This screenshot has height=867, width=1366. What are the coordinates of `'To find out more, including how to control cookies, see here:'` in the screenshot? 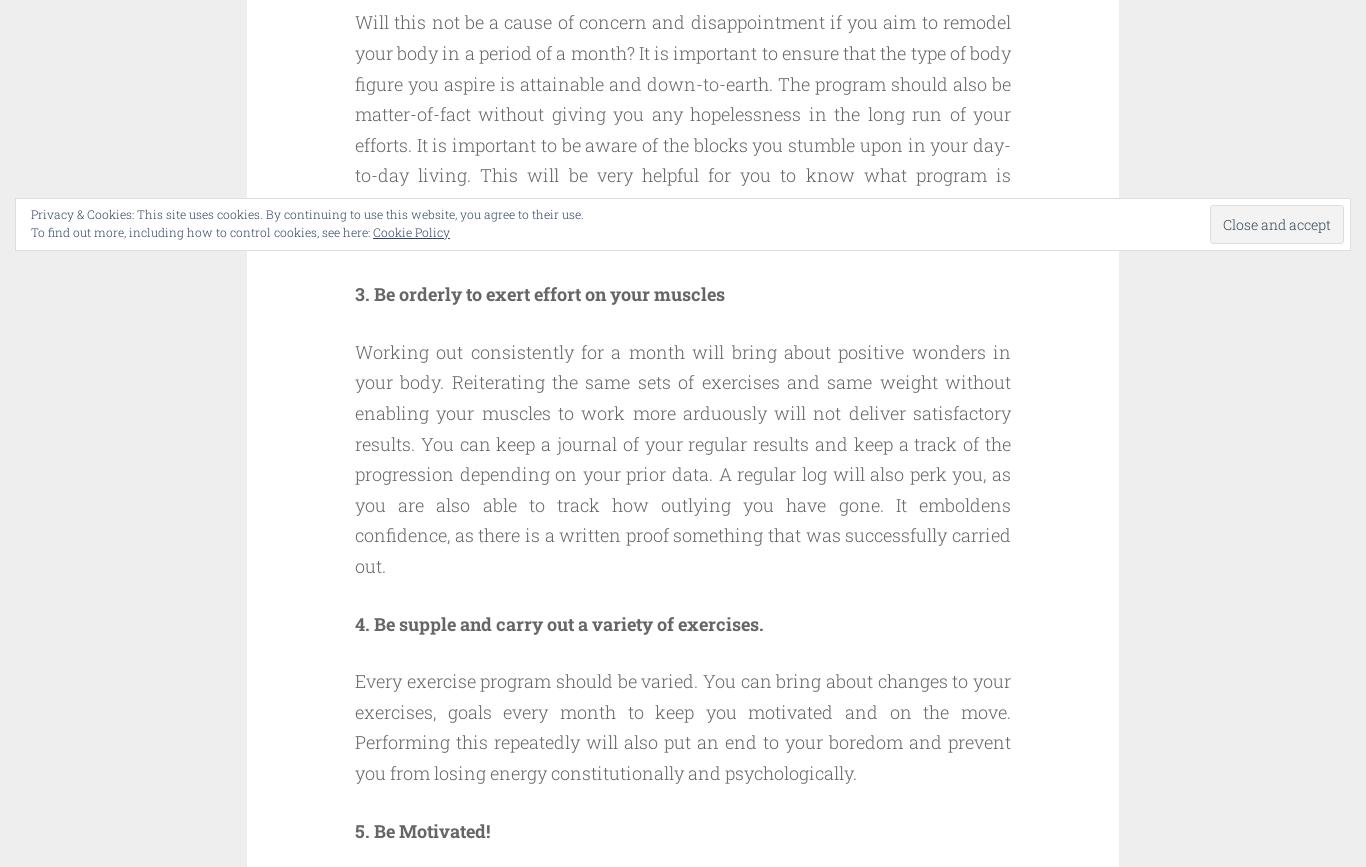 It's located at (201, 232).